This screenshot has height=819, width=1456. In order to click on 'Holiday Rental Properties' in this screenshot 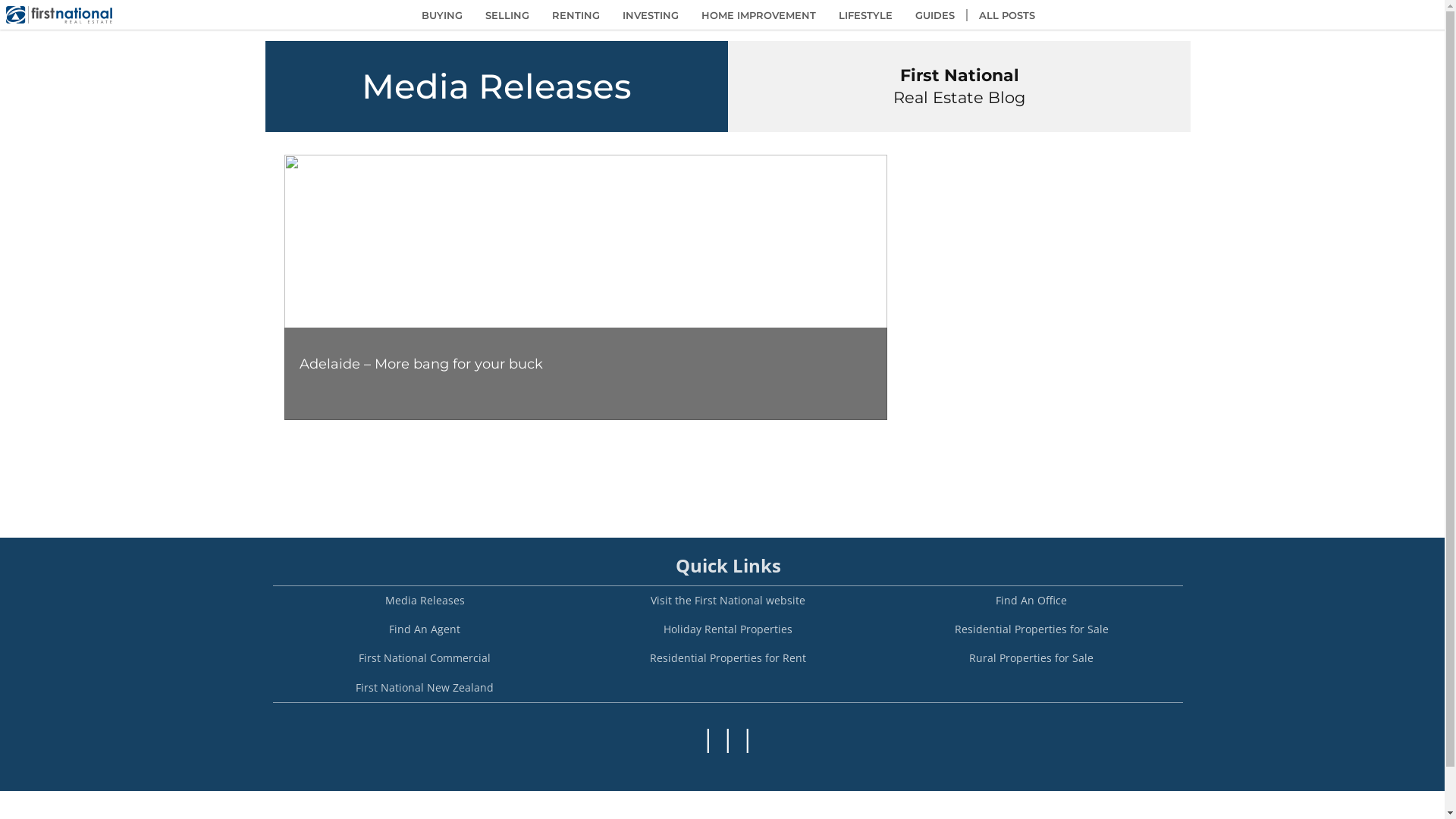, I will do `click(575, 629)`.